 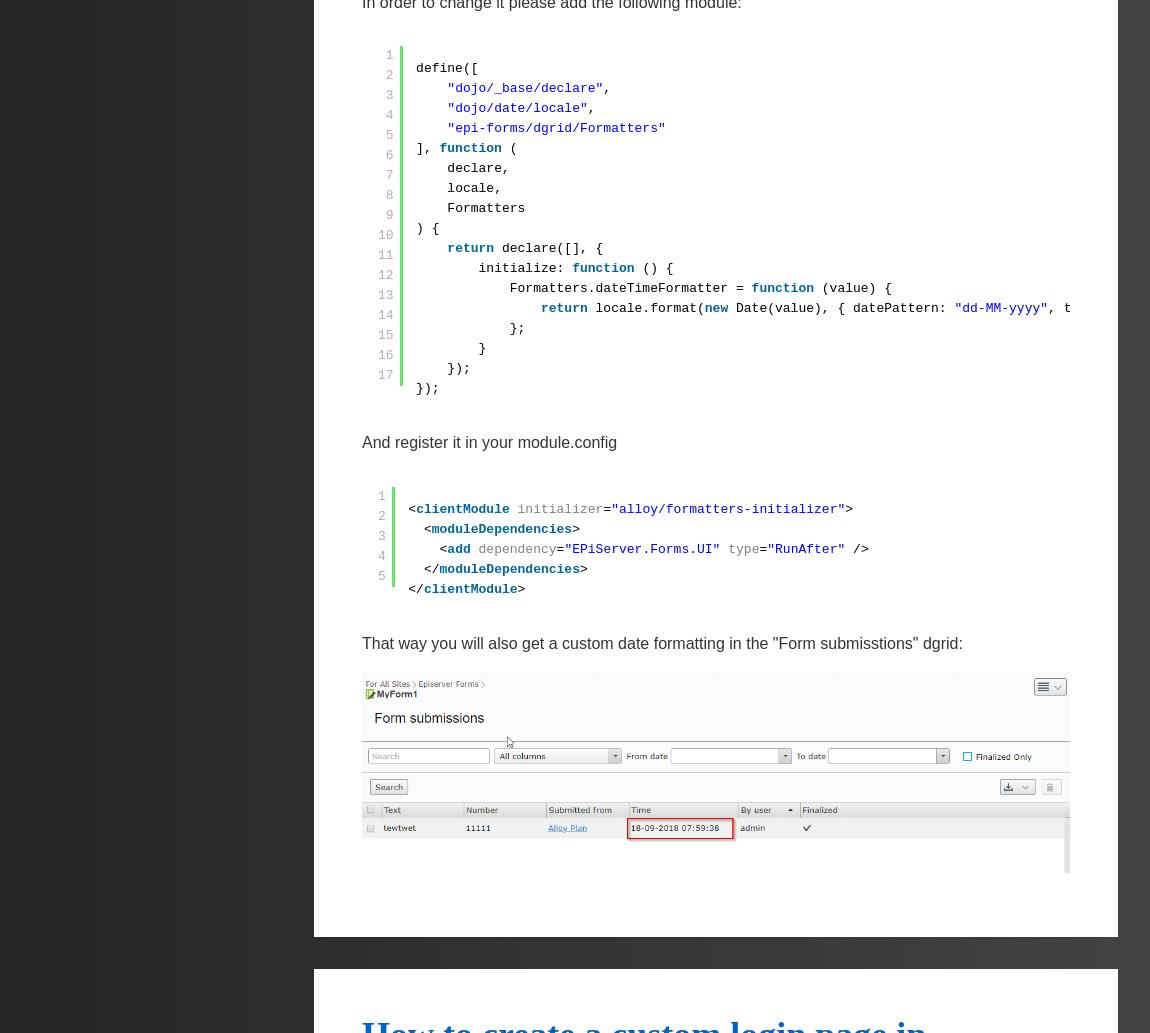 What do you see at coordinates (385, 294) in the screenshot?
I see `'13'` at bounding box center [385, 294].